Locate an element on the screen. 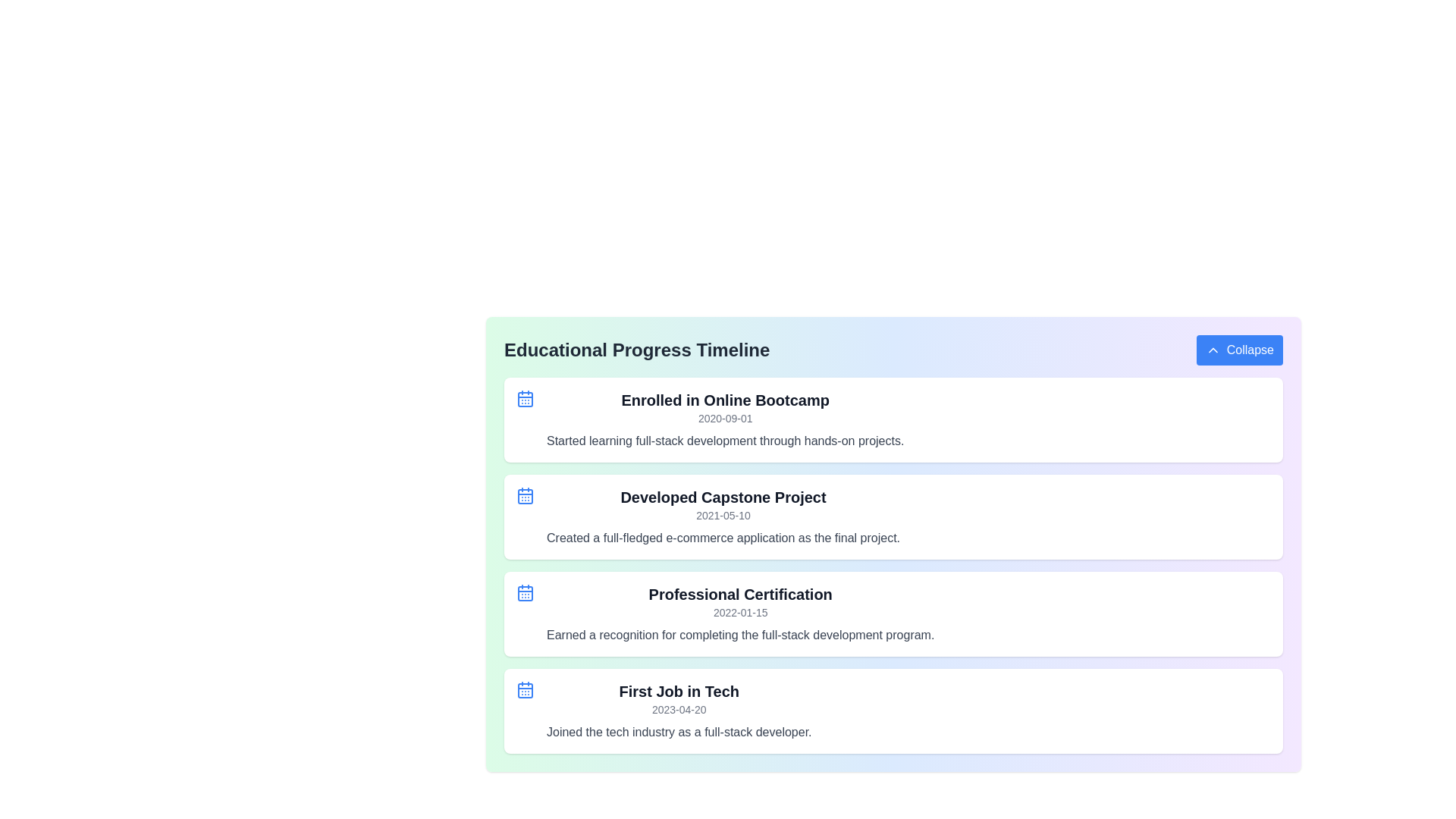  the date icon in the third entry of the 'Educational Progress Timeline', located to the left of 'Professional Certification' is located at coordinates (525, 592).